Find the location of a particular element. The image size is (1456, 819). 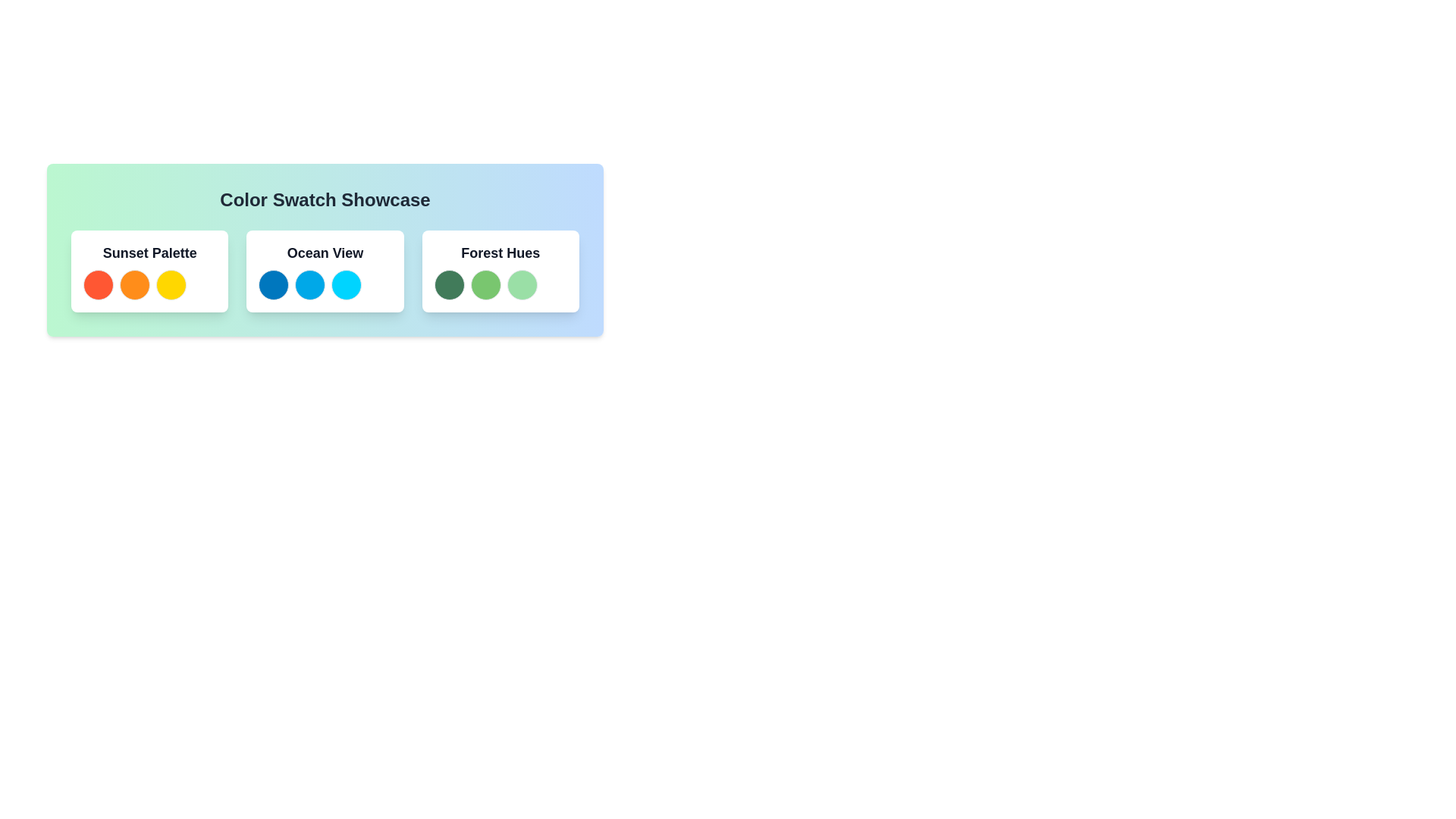

the Color swatch group consisting of three circular color swatches (red, orange, yellow) located within the 'Sunset Palette' card is located at coordinates (149, 284).